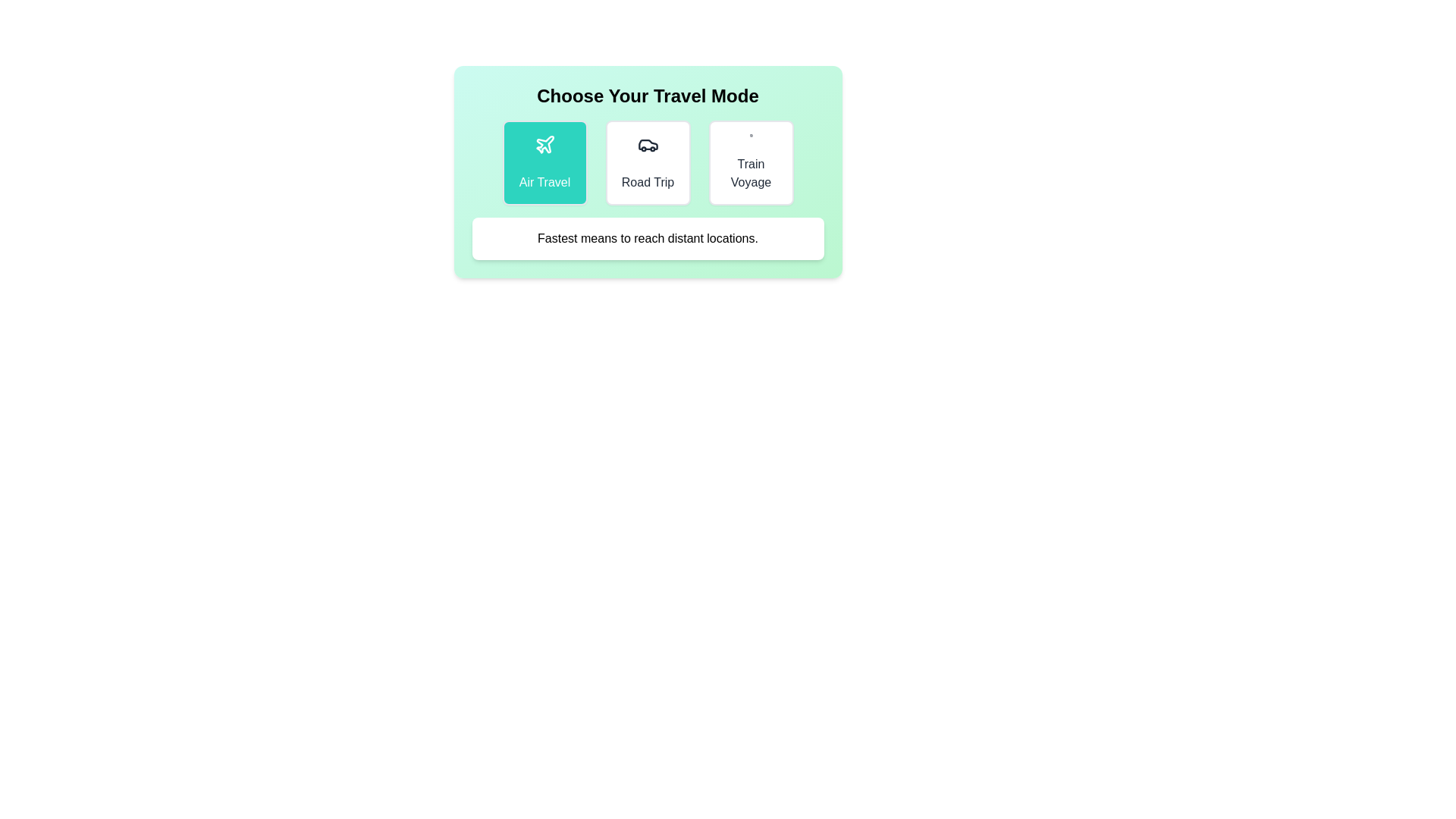 Image resolution: width=1456 pixels, height=819 pixels. What do you see at coordinates (648, 163) in the screenshot?
I see `the travel mode Road Trip to observe the visual styling changes` at bounding box center [648, 163].